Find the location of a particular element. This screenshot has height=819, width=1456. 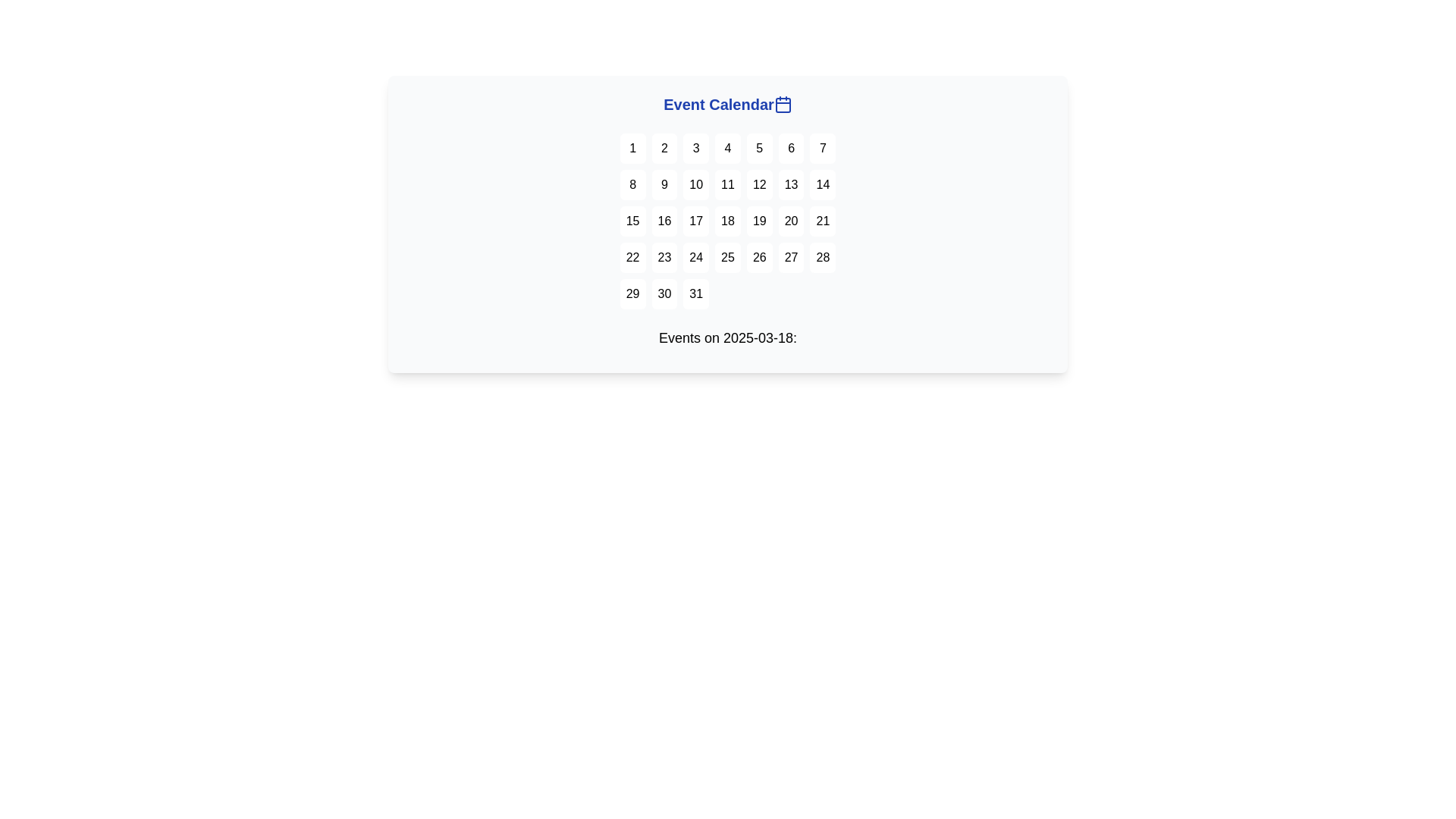

the button representing the first day of the month in the Event Calendar is located at coordinates (632, 149).